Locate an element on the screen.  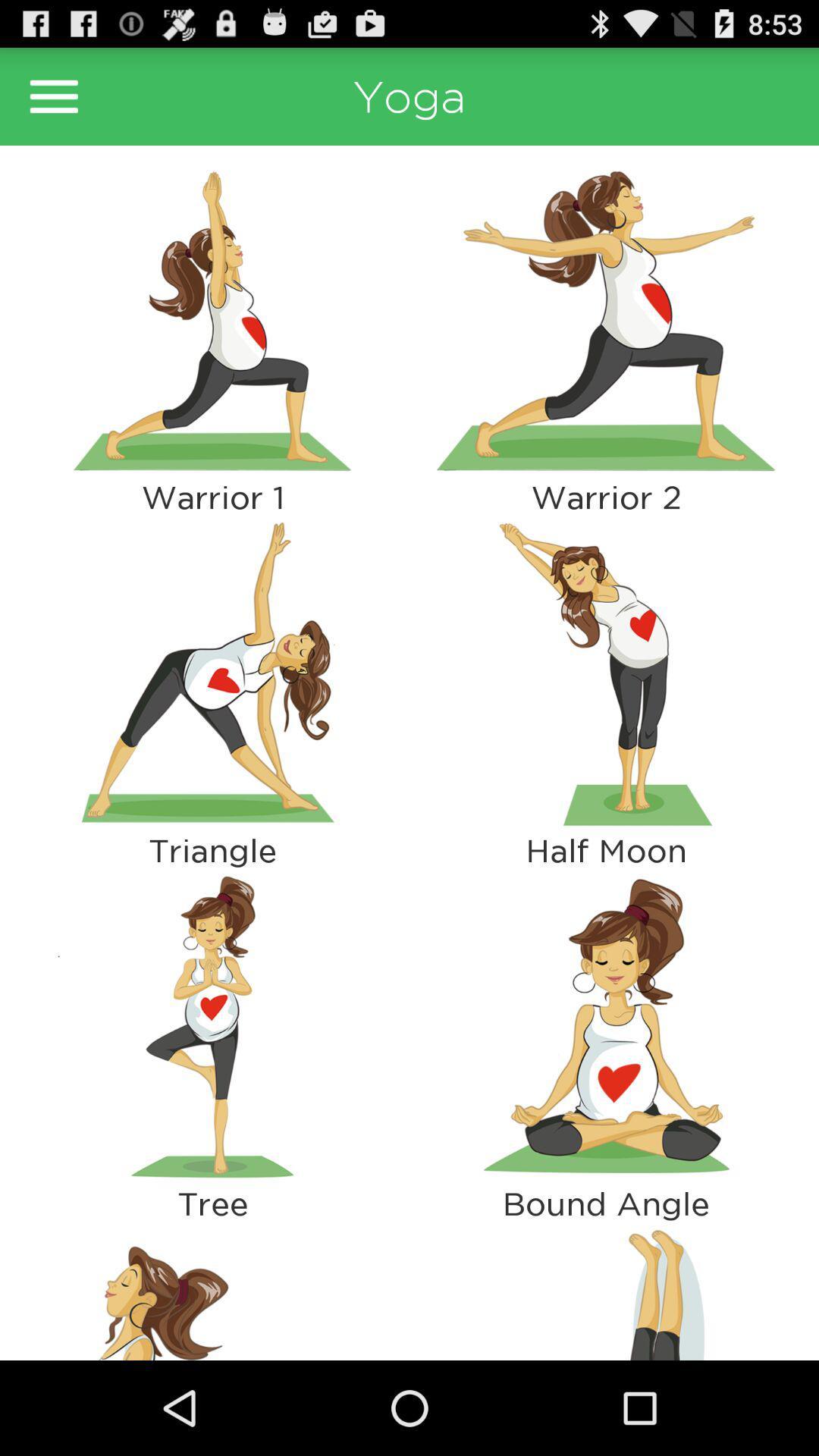
app next to half moon app is located at coordinates (212, 1027).